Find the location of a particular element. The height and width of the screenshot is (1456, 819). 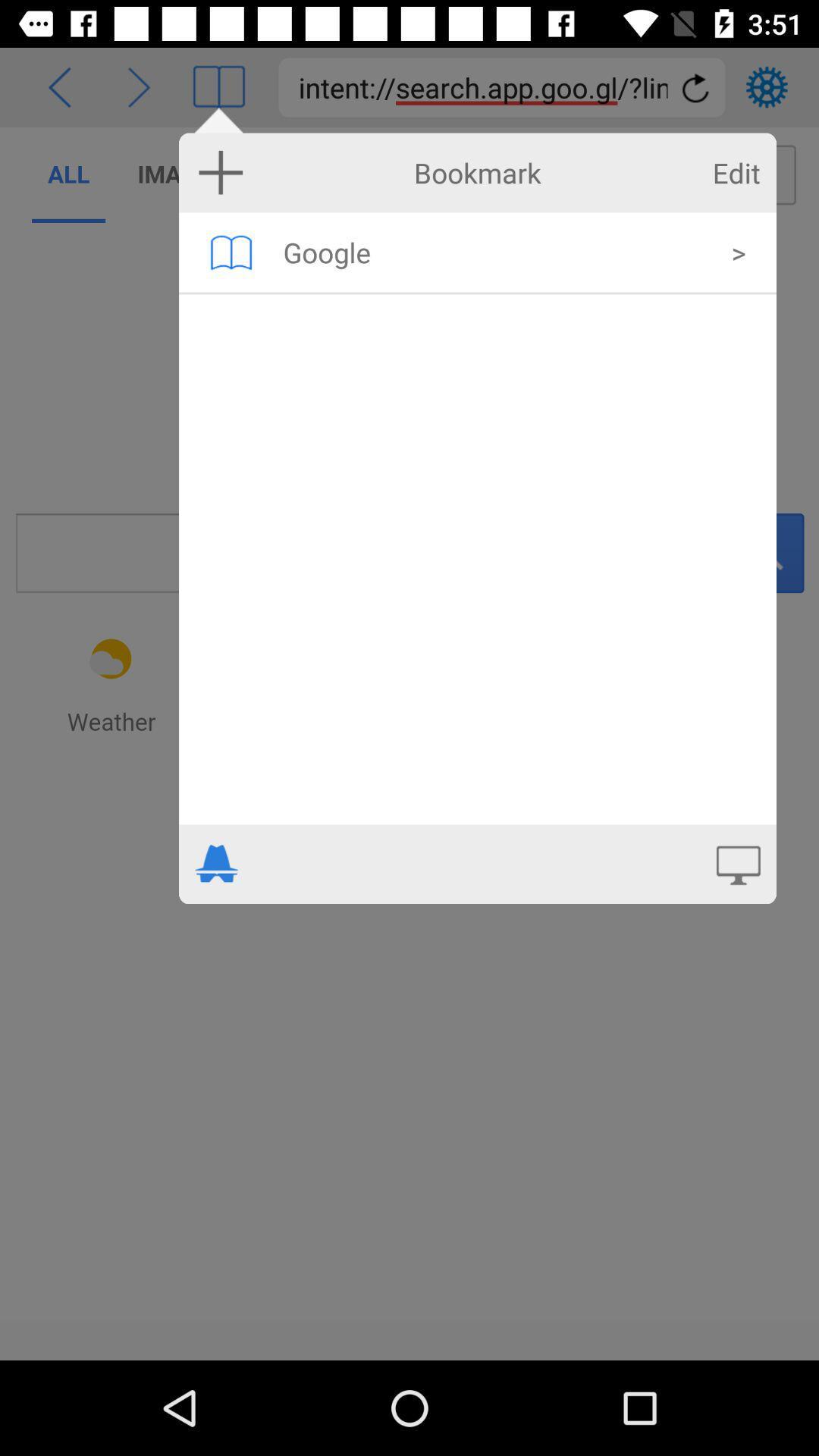

add symbol is located at coordinates (221, 172).